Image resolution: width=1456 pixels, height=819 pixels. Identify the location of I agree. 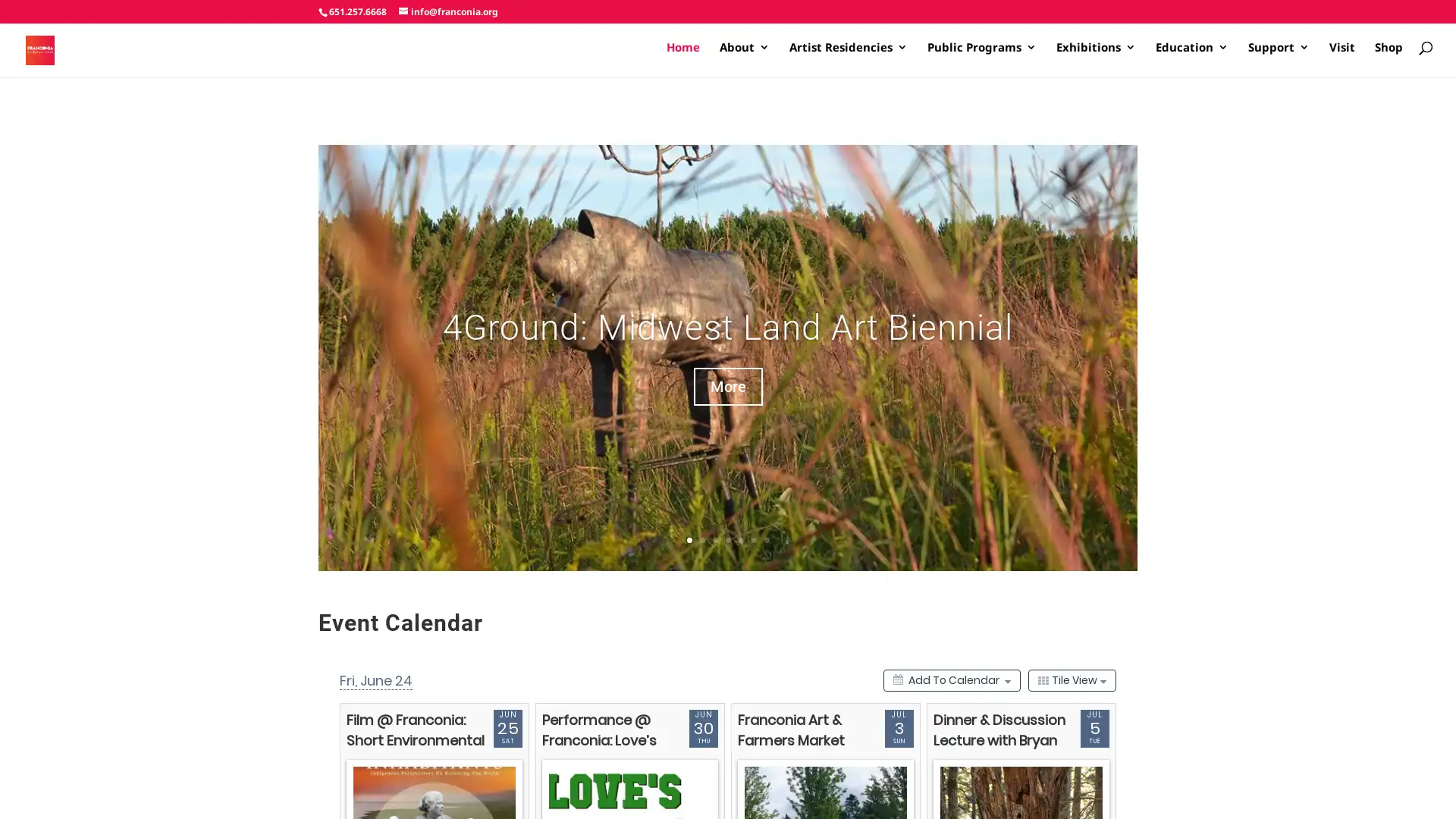
(1142, 17).